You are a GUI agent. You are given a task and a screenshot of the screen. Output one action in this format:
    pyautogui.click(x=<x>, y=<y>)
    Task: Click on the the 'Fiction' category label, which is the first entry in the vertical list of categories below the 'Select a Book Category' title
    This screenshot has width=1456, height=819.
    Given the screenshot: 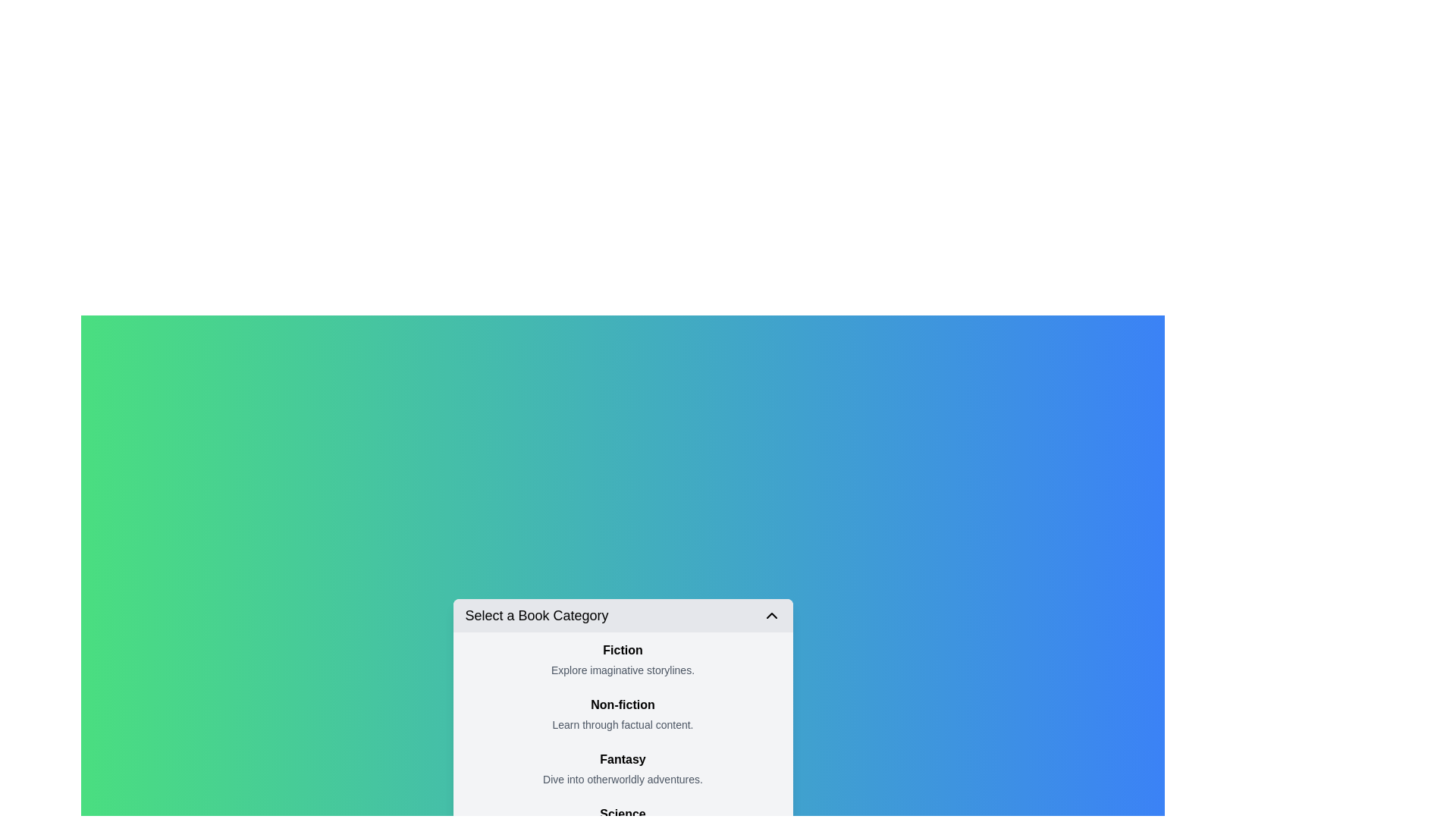 What is the action you would take?
    pyautogui.click(x=623, y=649)
    